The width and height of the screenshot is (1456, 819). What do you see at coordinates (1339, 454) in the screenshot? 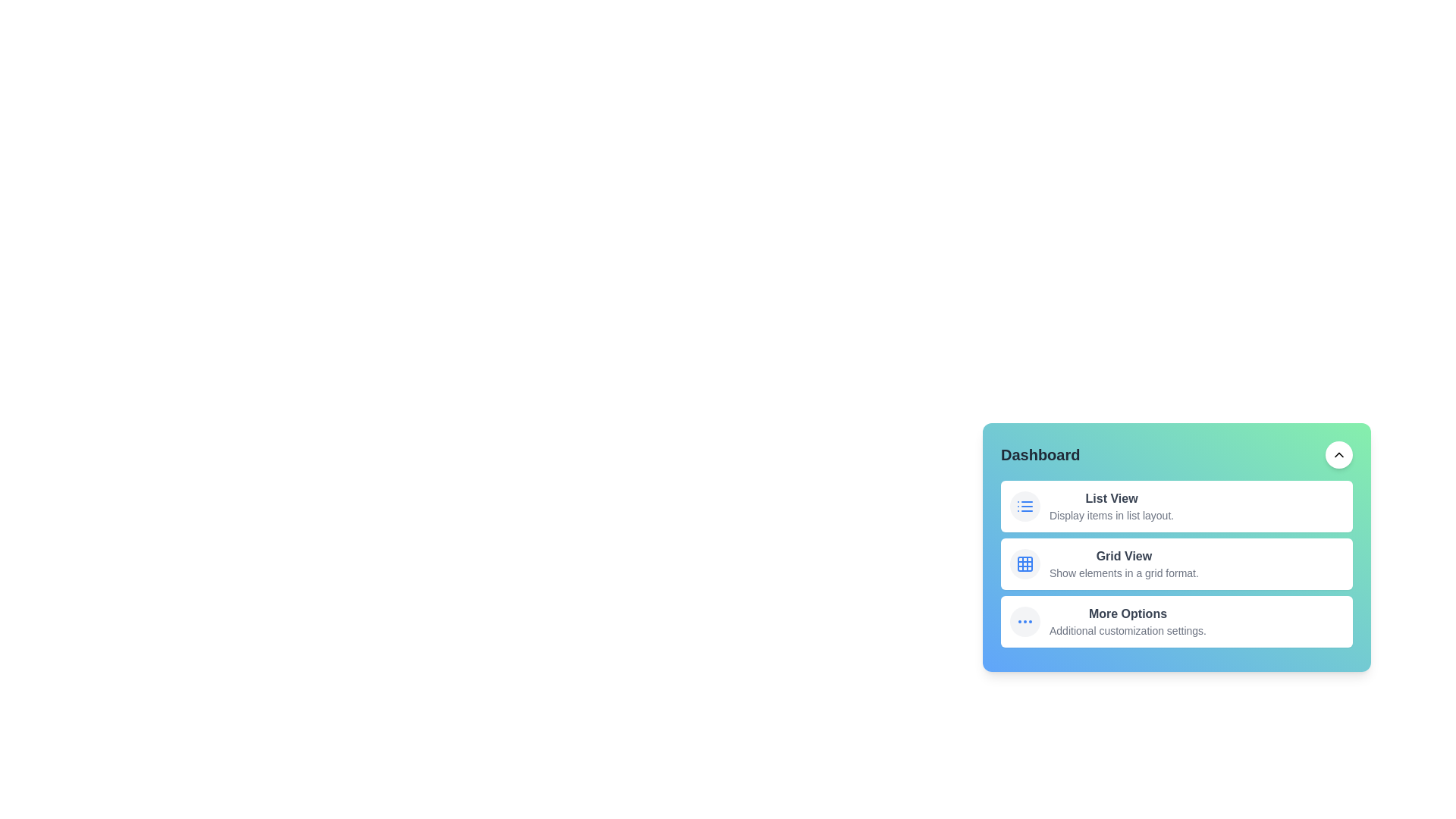
I see `expand/collapse button to toggle the menu visibility` at bounding box center [1339, 454].